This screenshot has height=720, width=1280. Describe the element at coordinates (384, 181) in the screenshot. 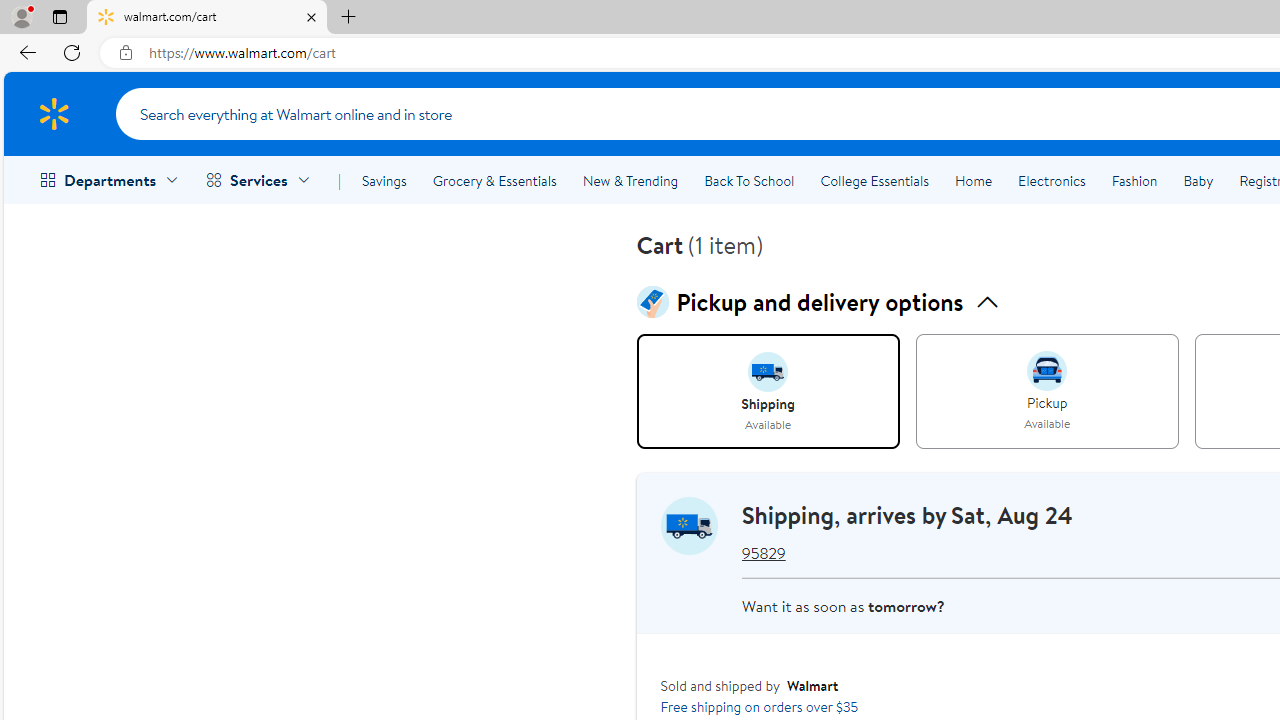

I see `'Savings'` at that location.